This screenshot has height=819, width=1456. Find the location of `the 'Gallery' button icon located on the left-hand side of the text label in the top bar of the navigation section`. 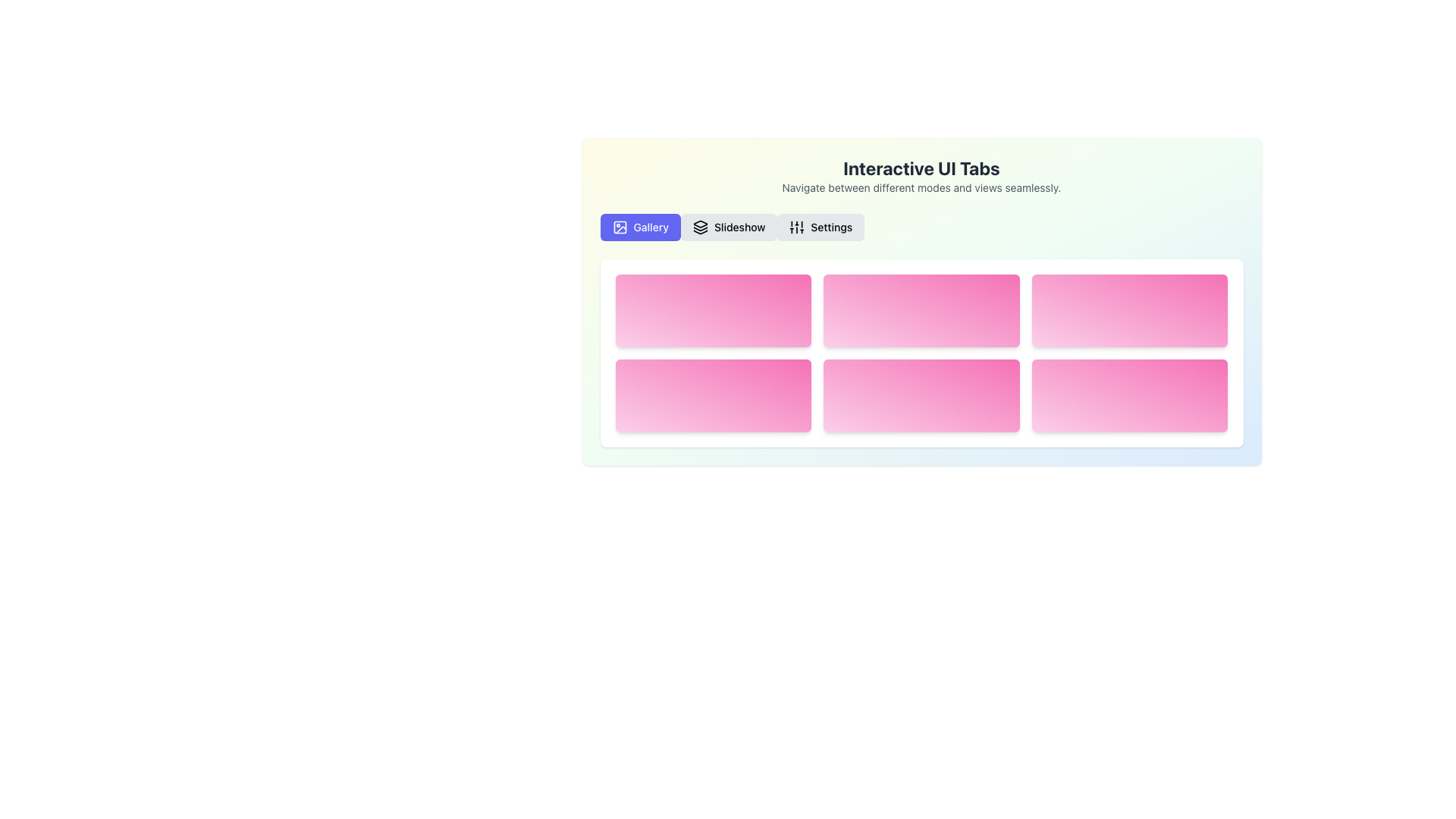

the 'Gallery' button icon located on the left-hand side of the text label in the top bar of the navigation section is located at coordinates (620, 227).